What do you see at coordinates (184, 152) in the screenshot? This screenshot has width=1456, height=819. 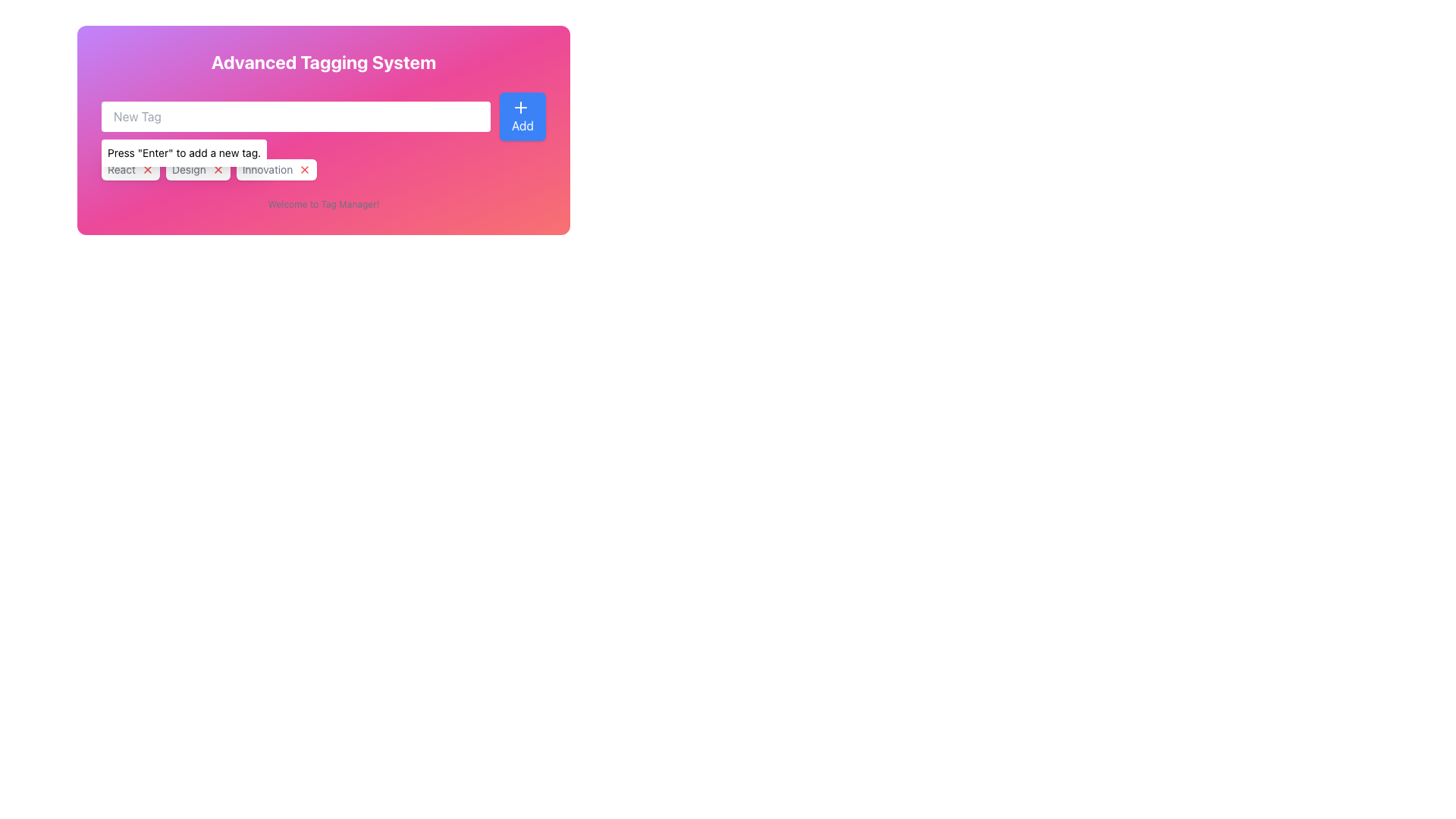 I see `the instructional tooltip that guides users on how to add a new tag using the Enter key, located directly below the 'New Tag' input field` at bounding box center [184, 152].